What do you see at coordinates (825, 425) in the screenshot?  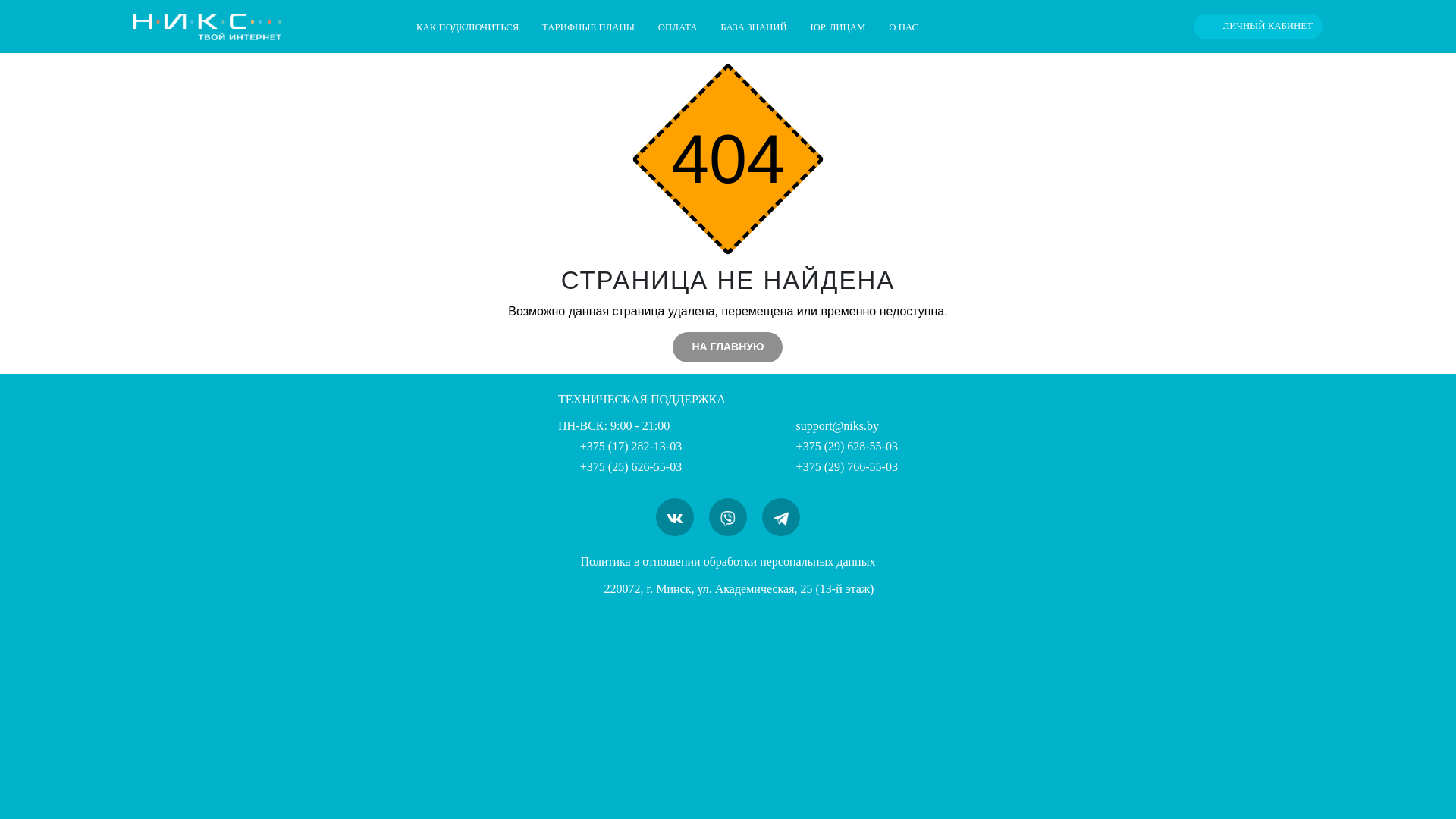 I see `'support@niks.by'` at bounding box center [825, 425].